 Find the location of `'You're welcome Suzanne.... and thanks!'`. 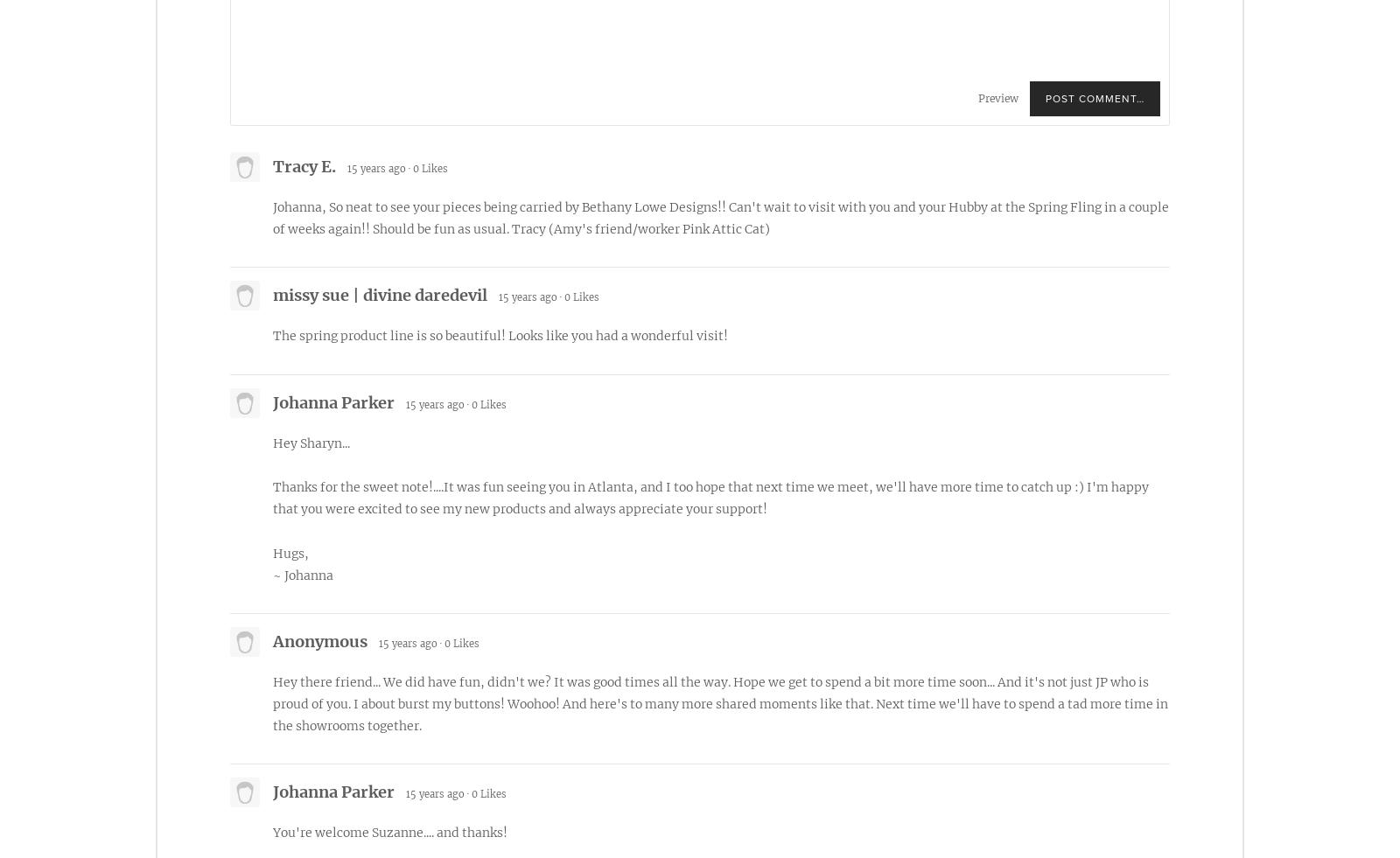

'You're welcome Suzanne.... and thanks!' is located at coordinates (273, 832).